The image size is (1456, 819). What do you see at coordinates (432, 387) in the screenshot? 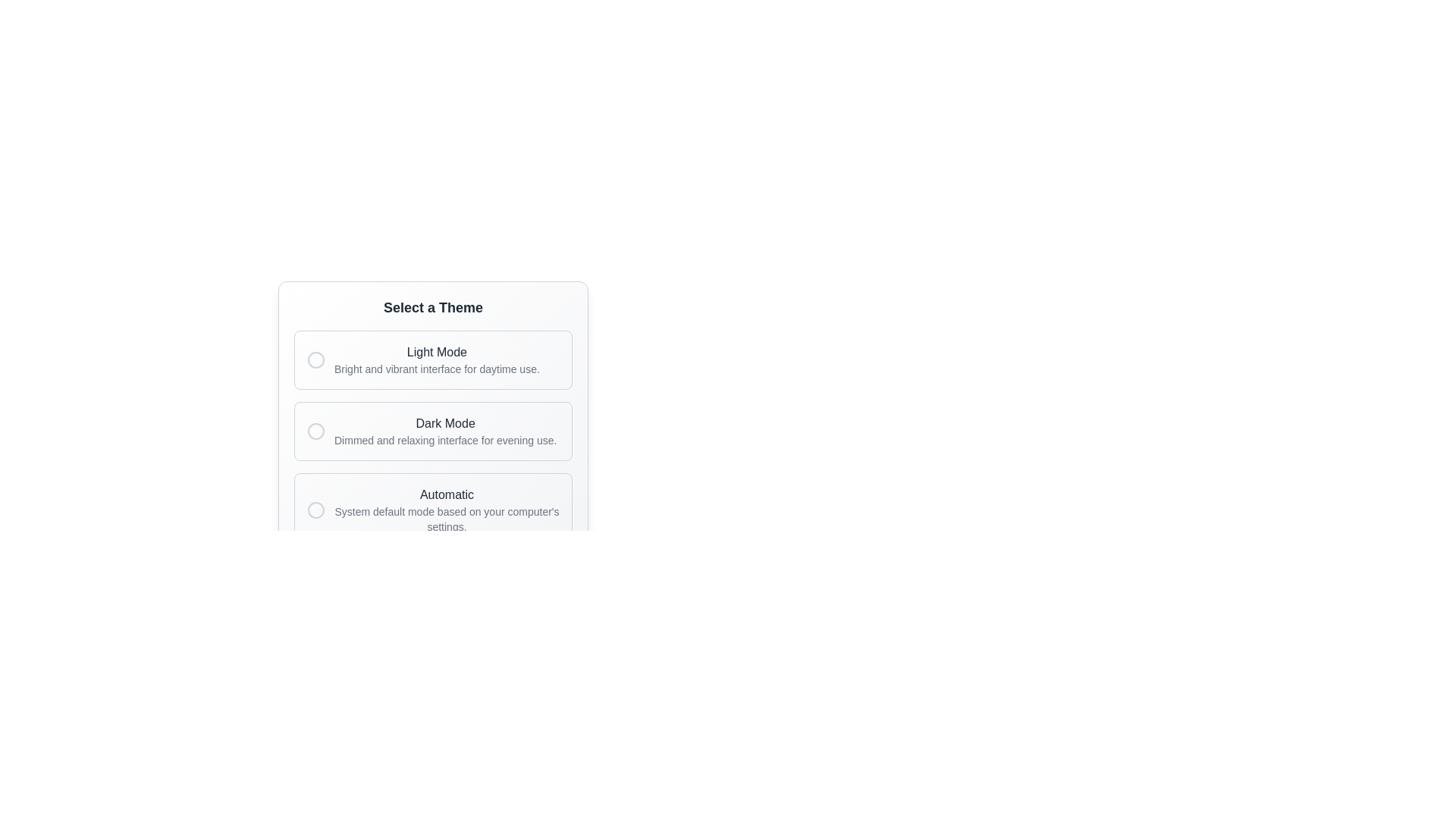
I see `the selectable theme option within the 'Select a Theme' panel to choose the desired theme` at bounding box center [432, 387].